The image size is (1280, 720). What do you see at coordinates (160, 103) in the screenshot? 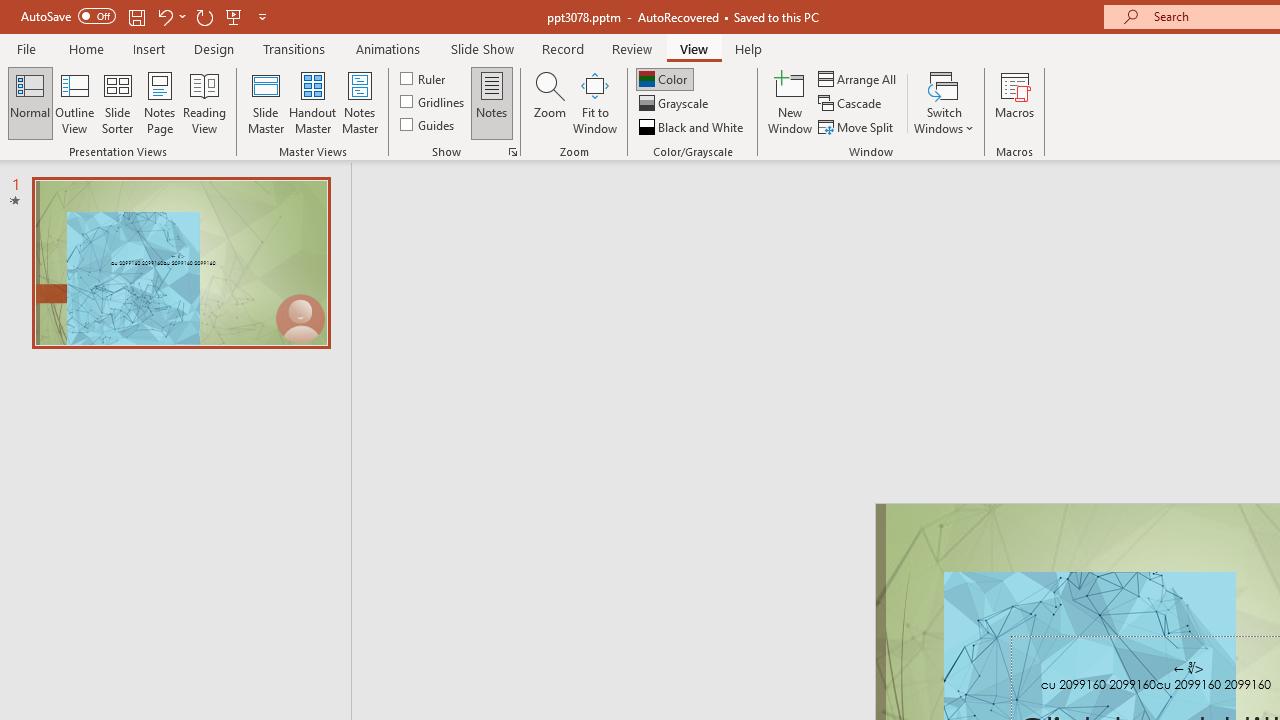
I see `'Notes Page'` at bounding box center [160, 103].